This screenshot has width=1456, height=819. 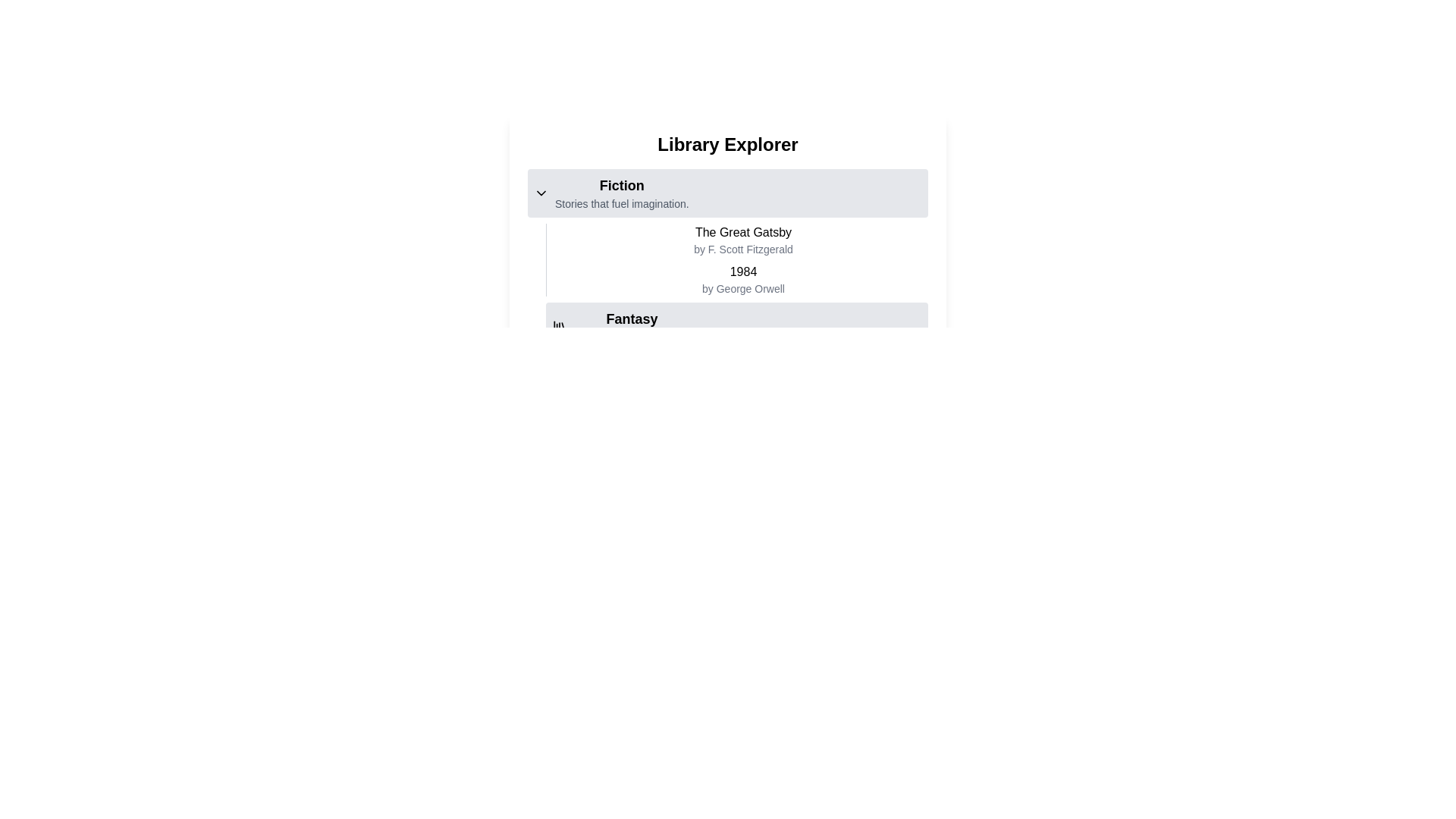 What do you see at coordinates (541, 192) in the screenshot?
I see `the small, down-pointing chevron icon indicating dropdown functionality located to the left of the 'Fiction' text` at bounding box center [541, 192].